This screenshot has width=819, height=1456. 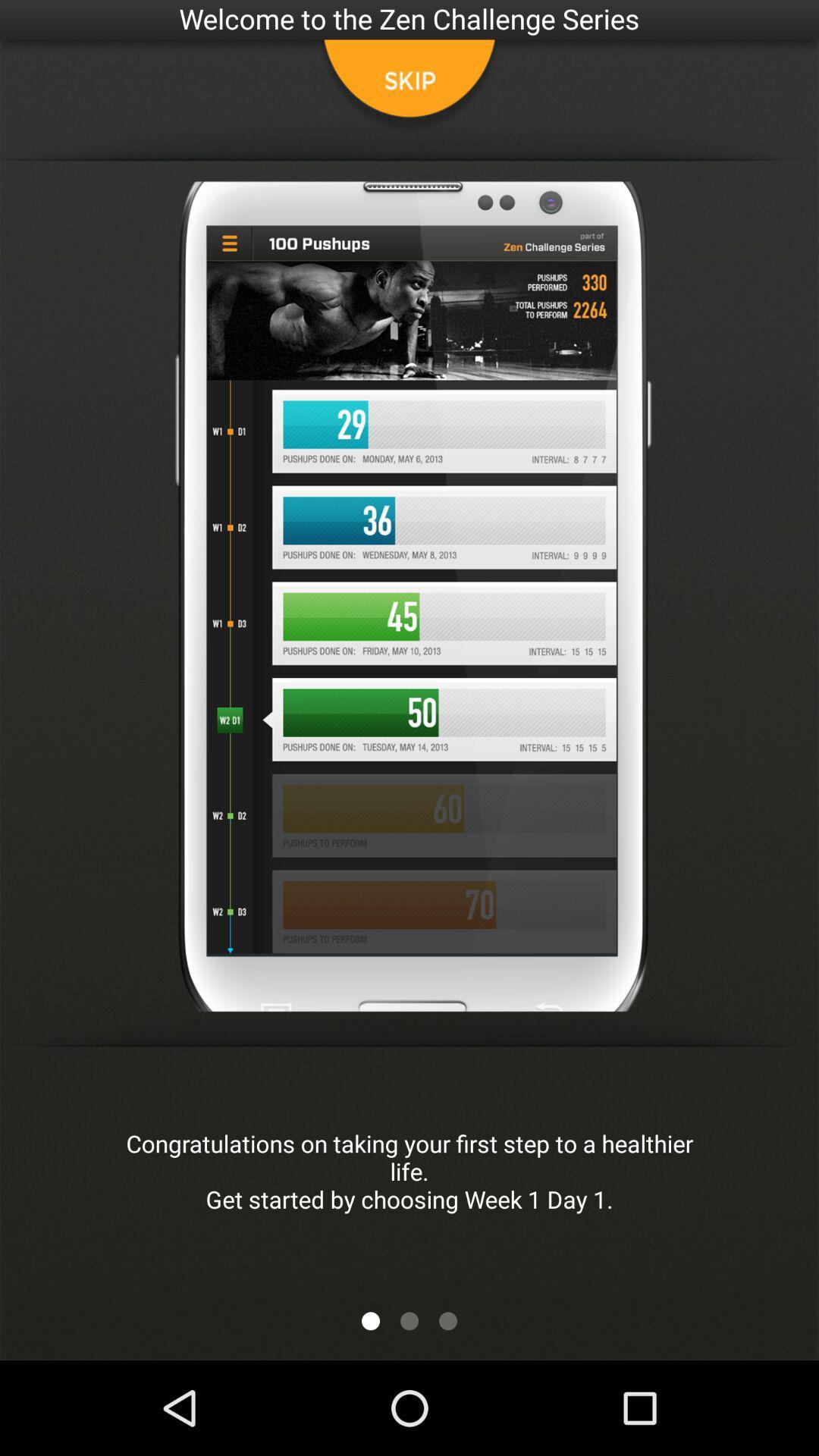 I want to click on the icon below the congratulations on taking app, so click(x=409, y=1320).